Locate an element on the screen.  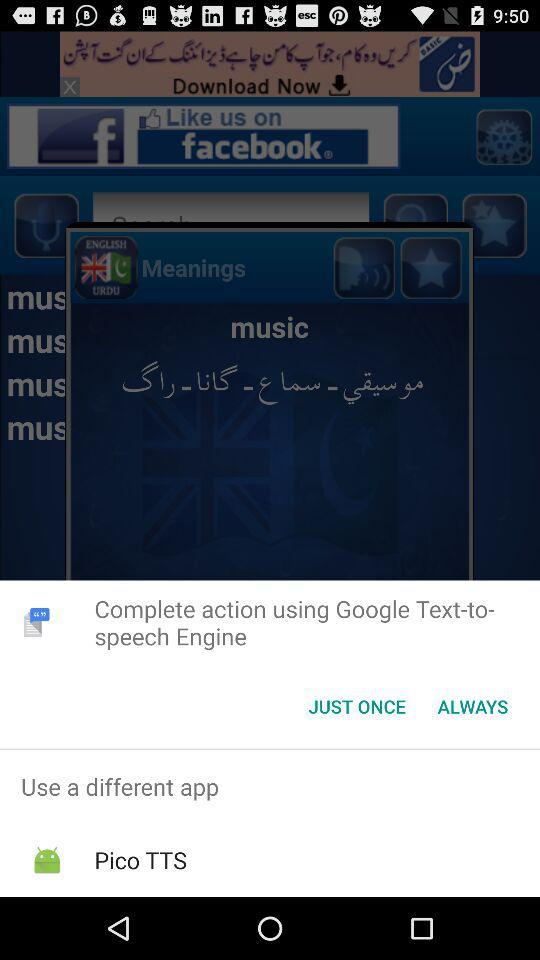
always icon is located at coordinates (472, 706).